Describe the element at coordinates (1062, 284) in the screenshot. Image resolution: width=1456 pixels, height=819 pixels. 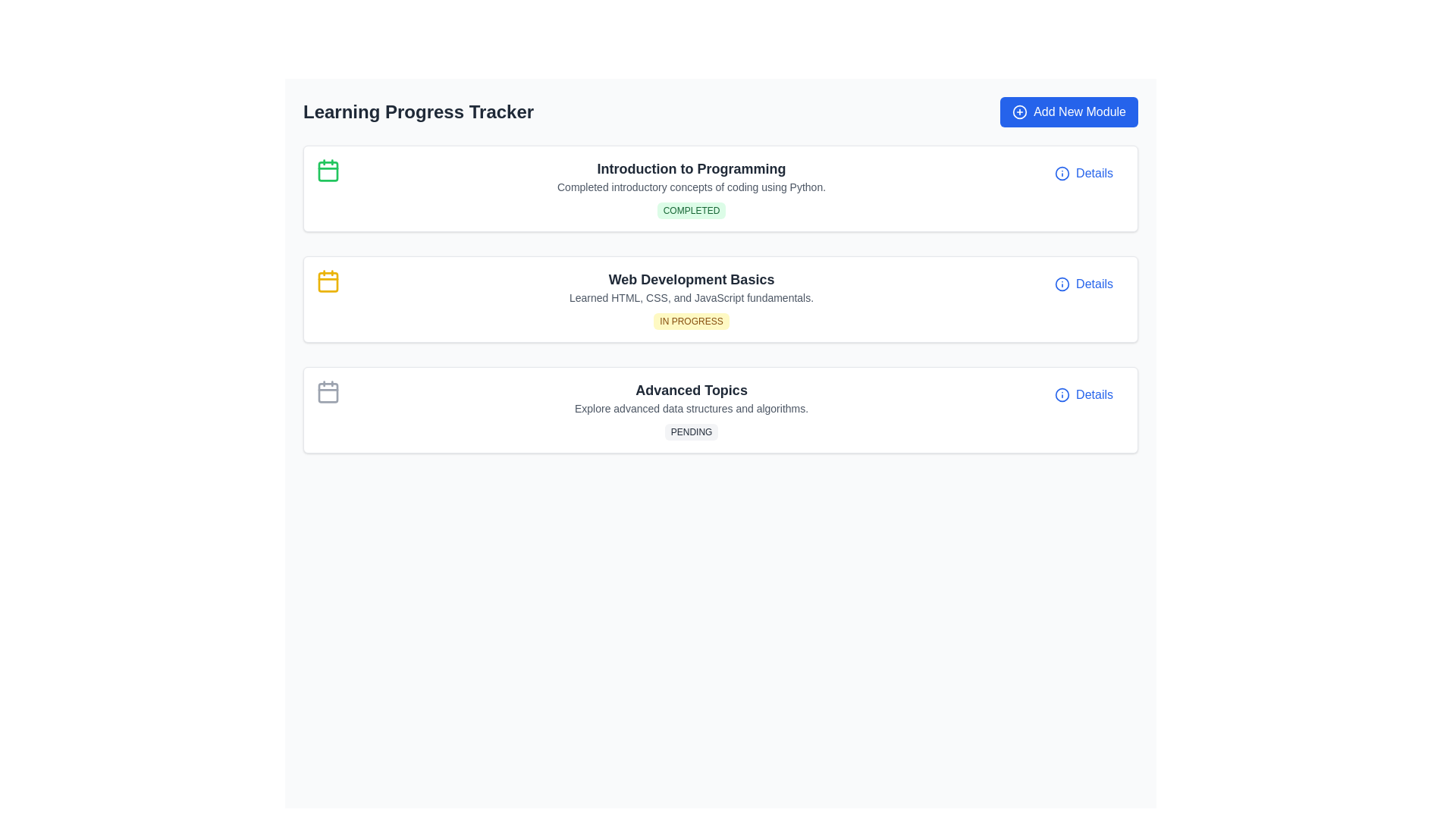
I see `the information icon located to the right of the 'Advanced Topics' section, adjacent to the 'Details' label` at that location.